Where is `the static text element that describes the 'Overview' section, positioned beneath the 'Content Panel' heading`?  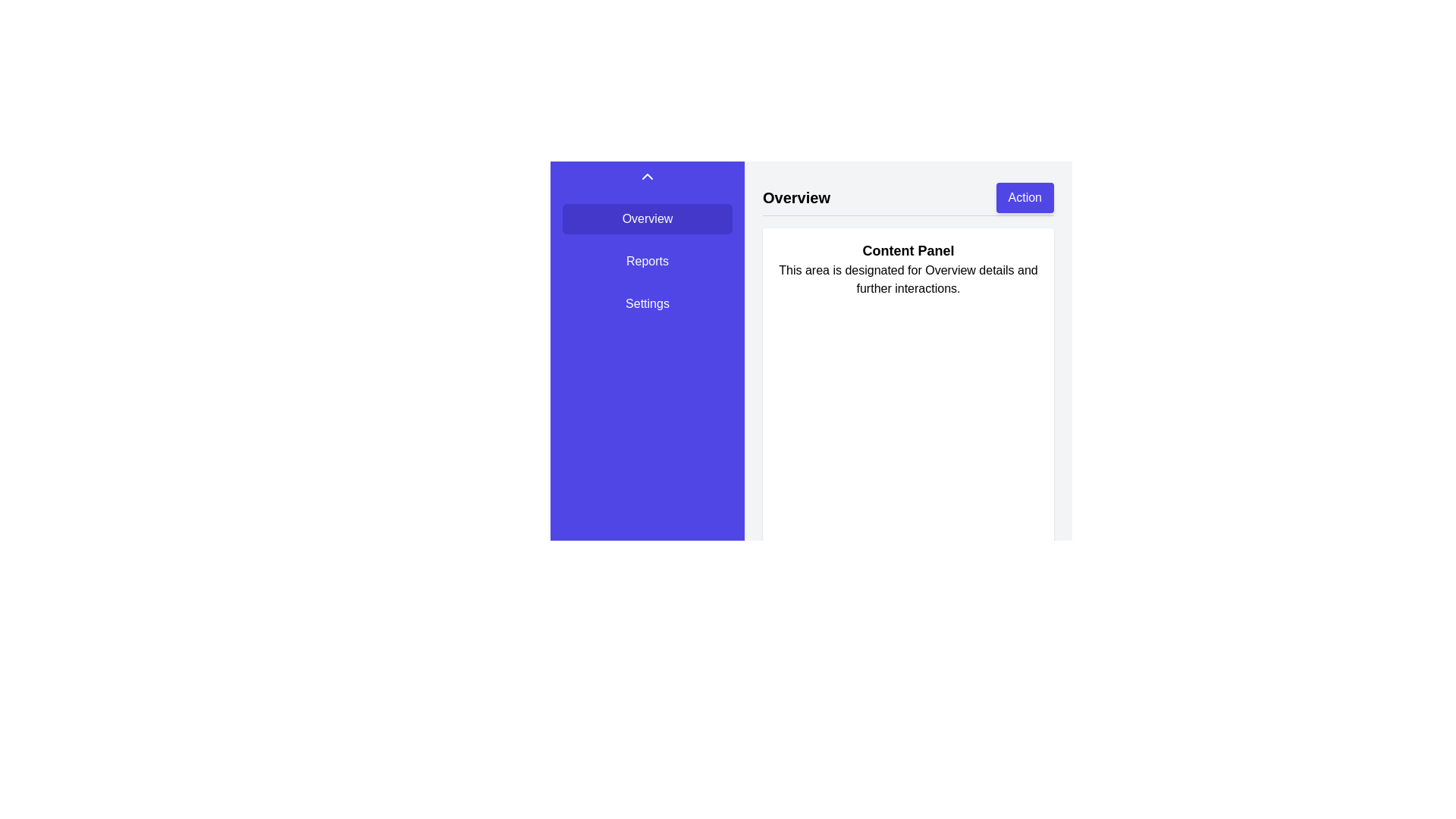 the static text element that describes the 'Overview' section, positioned beneath the 'Content Panel' heading is located at coordinates (908, 280).